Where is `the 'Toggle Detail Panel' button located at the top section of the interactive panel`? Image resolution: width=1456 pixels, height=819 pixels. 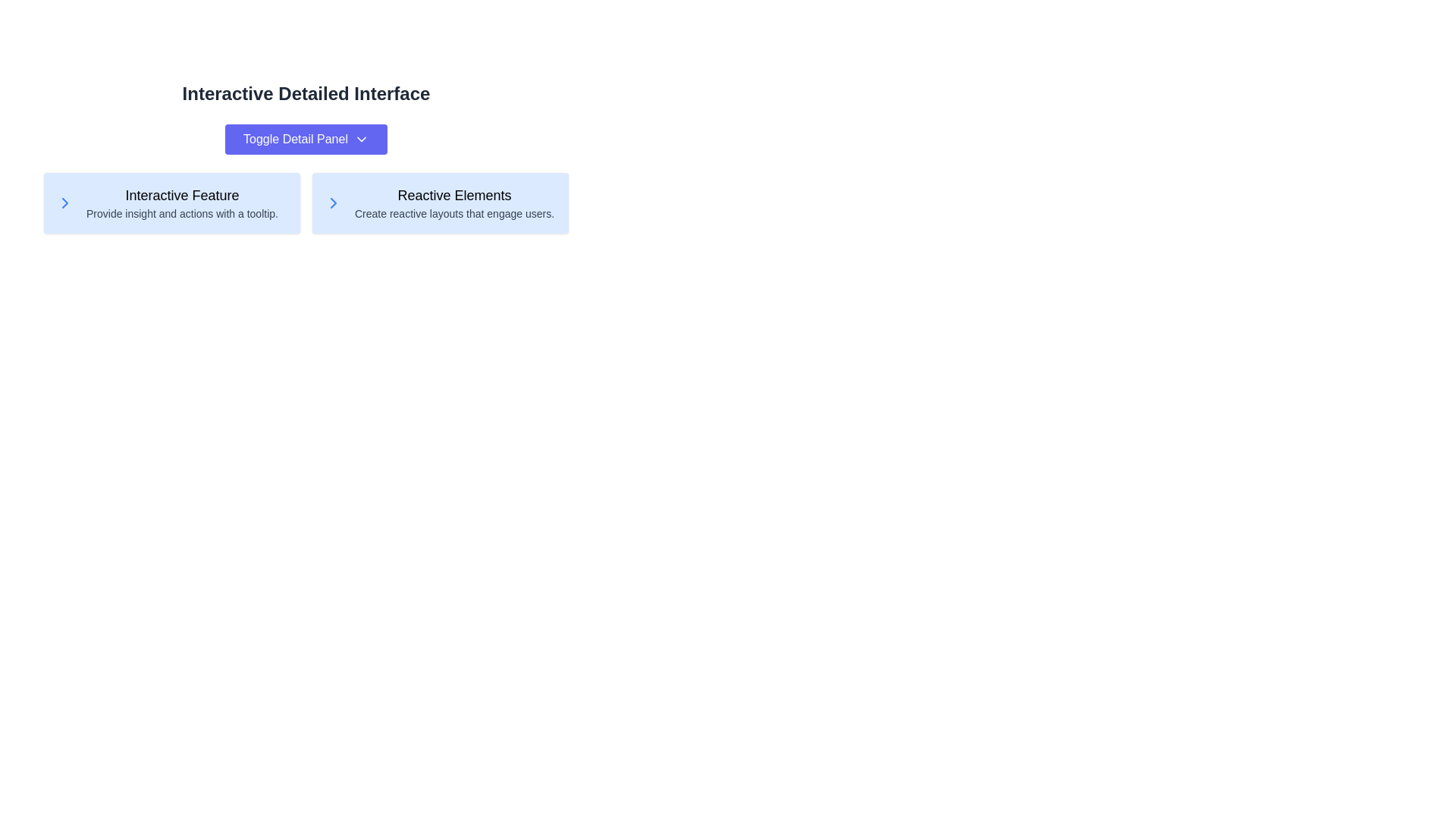
the 'Toggle Detail Panel' button located at the top section of the interactive panel is located at coordinates (305, 158).